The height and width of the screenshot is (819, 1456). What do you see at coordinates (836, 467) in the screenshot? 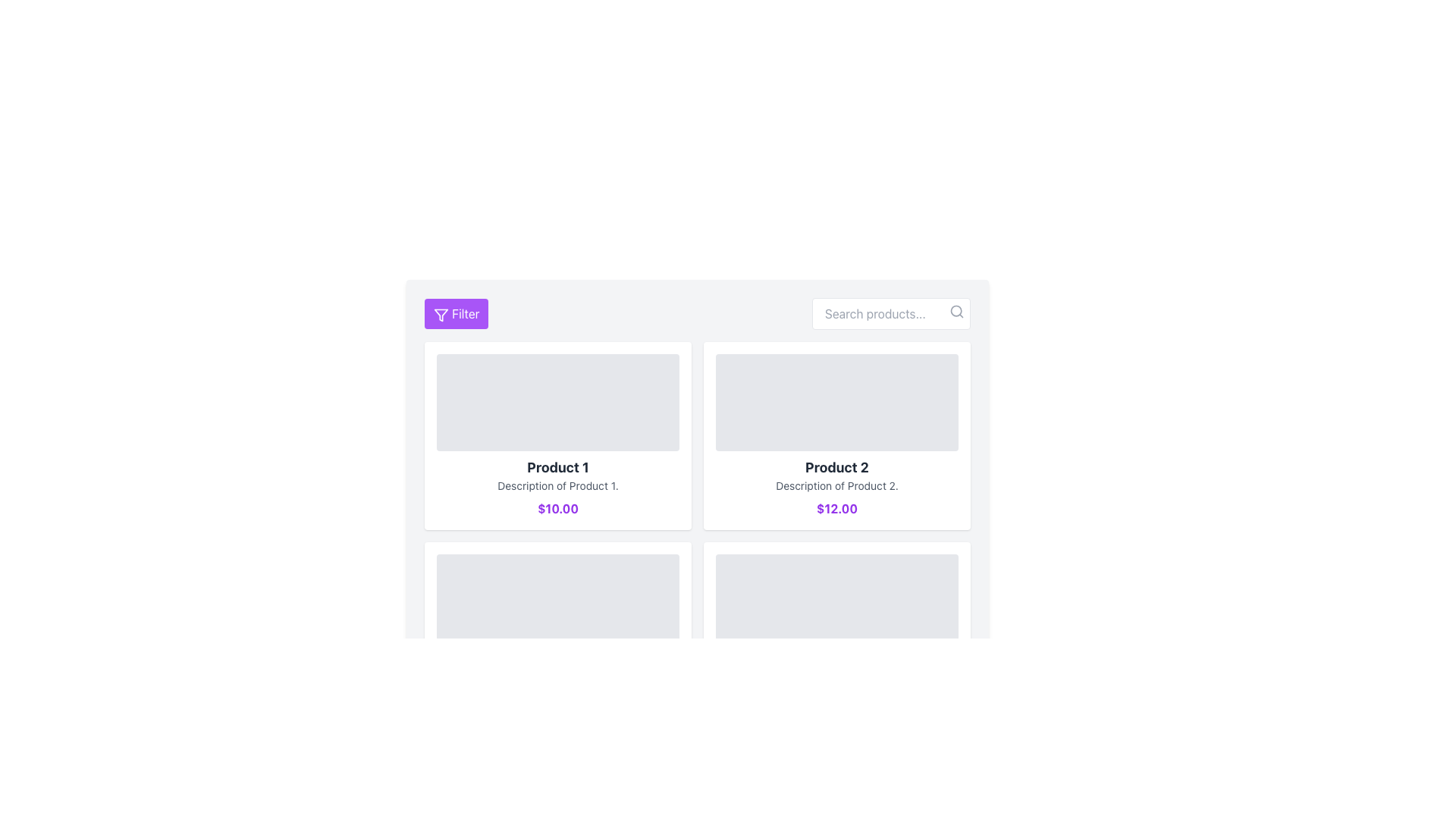
I see `text of the bold title label in the second product card, which is positioned below the placeholder image and above the description text` at bounding box center [836, 467].